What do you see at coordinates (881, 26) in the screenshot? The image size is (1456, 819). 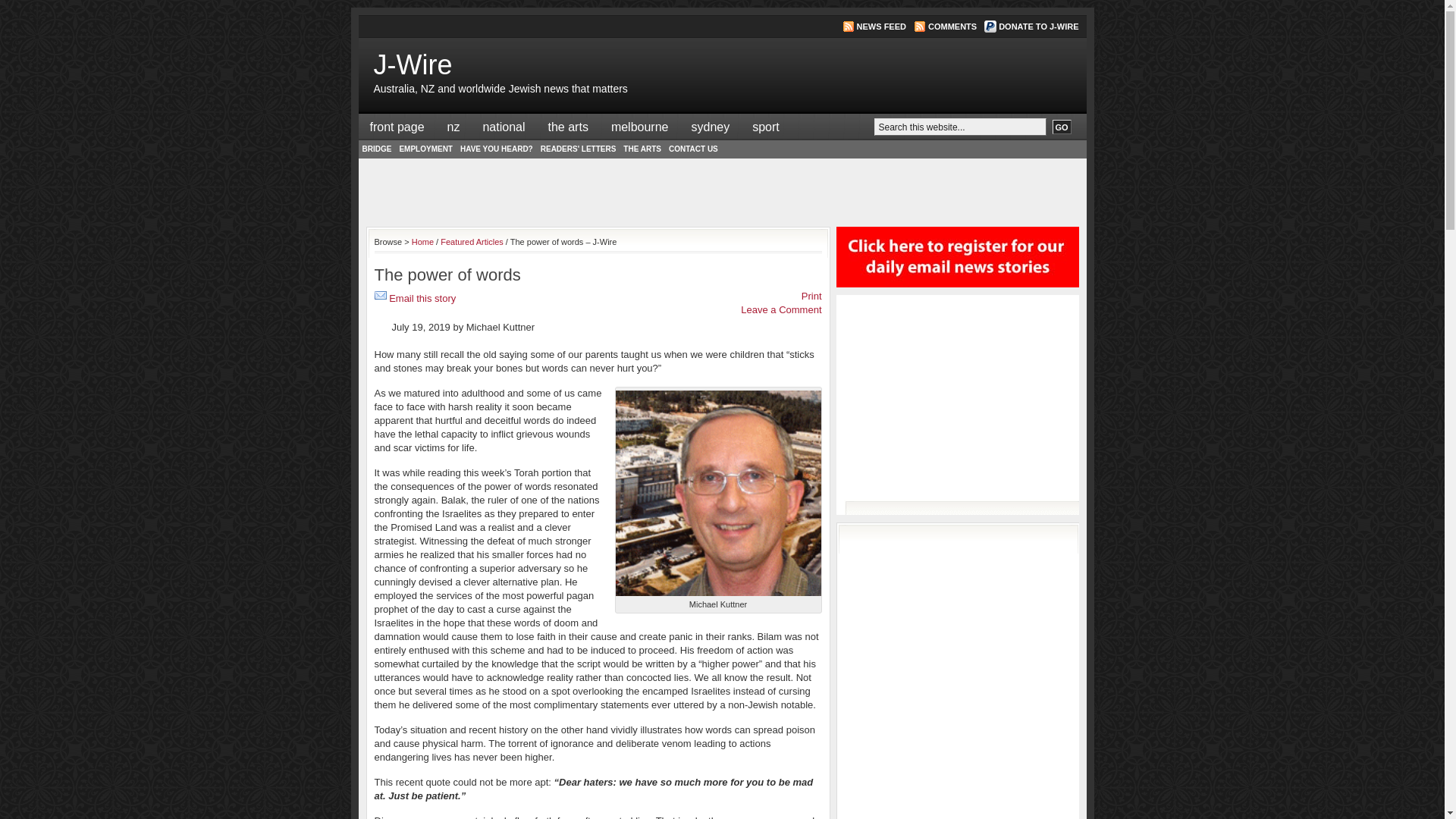 I see `'NEWS FEED'` at bounding box center [881, 26].